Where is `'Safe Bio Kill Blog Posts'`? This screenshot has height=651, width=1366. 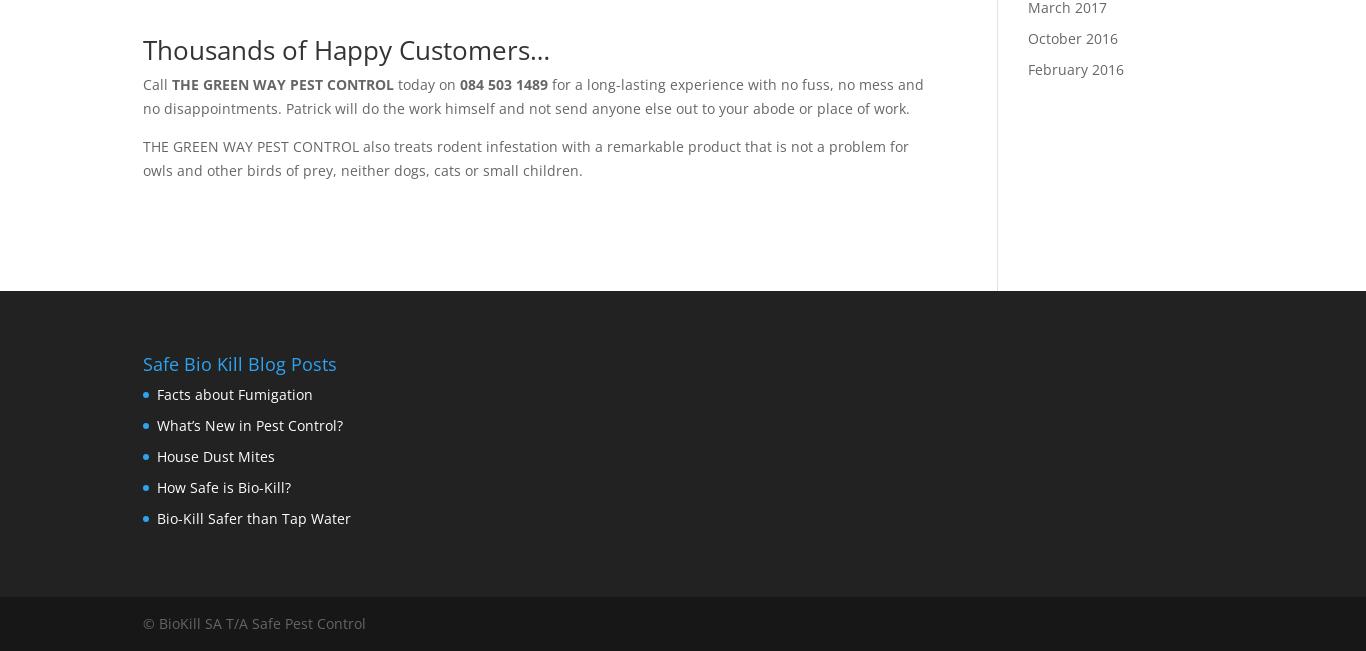
'Safe Bio Kill Blog Posts' is located at coordinates (240, 363).